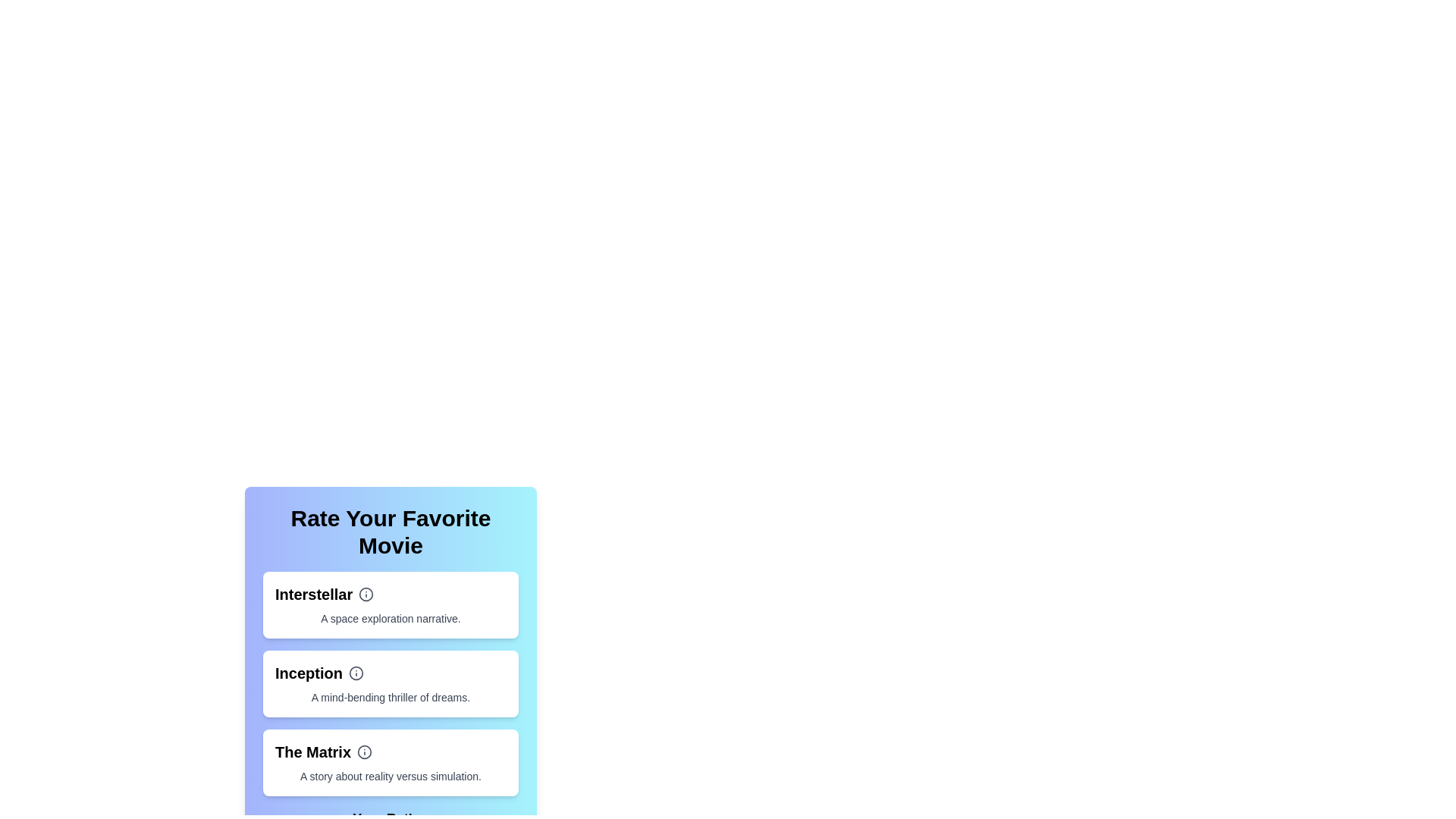 This screenshot has height=819, width=1456. I want to click on the information trigger icon button located to the right of the text 'The Matrix', so click(364, 752).